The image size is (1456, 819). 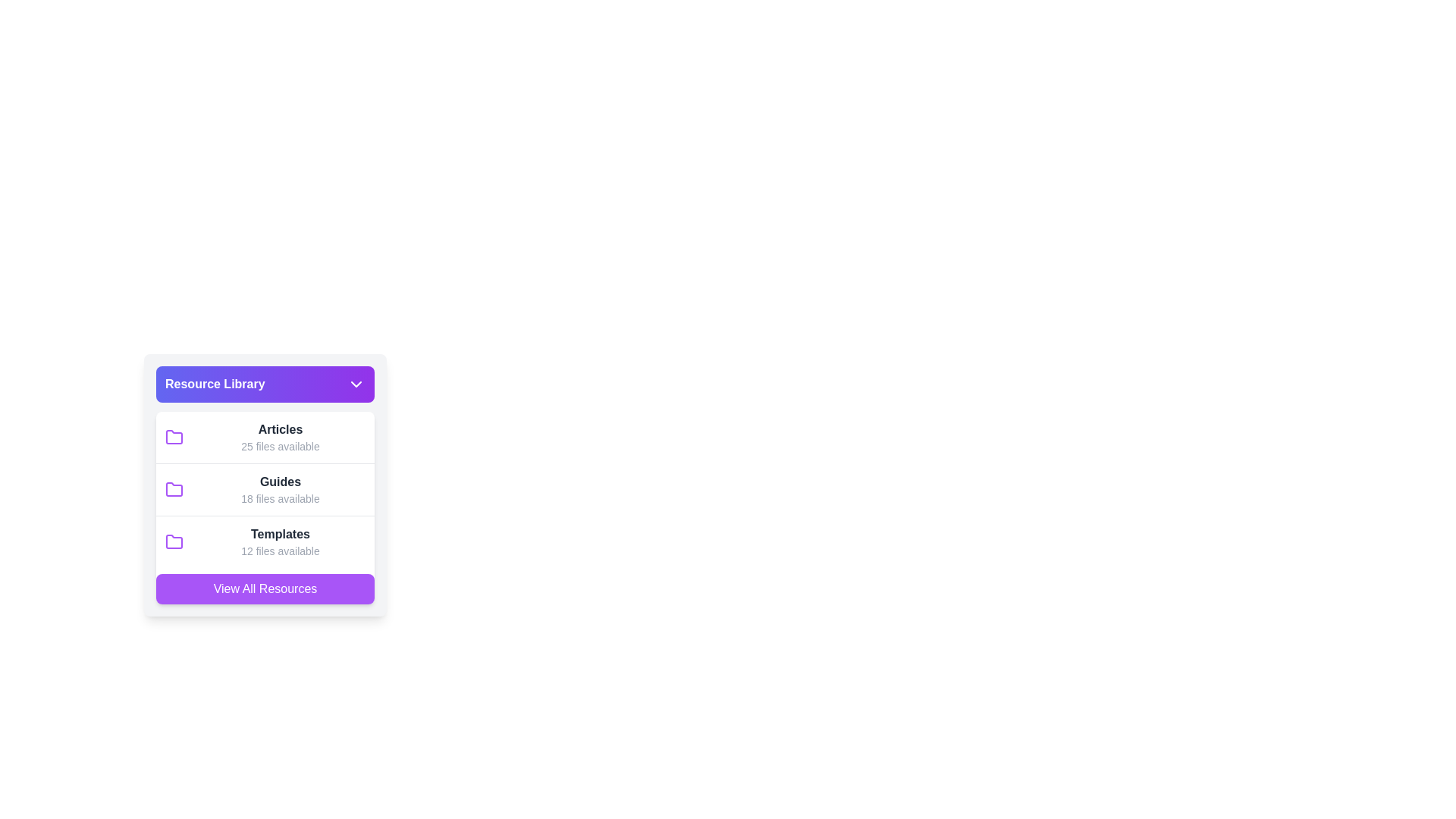 I want to click on the second item in the vertical list of the 'Resource Library' panel, so click(x=280, y=489).